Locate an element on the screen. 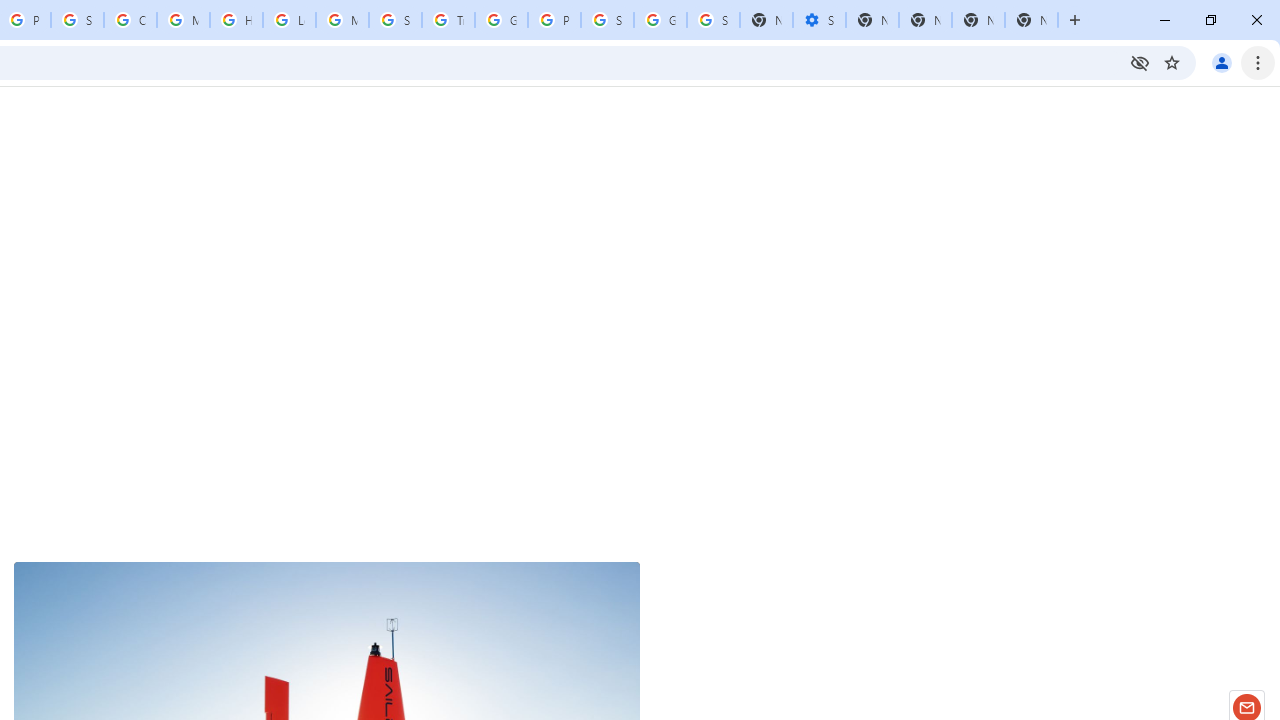  'Google Ads - Sign in' is located at coordinates (501, 20).